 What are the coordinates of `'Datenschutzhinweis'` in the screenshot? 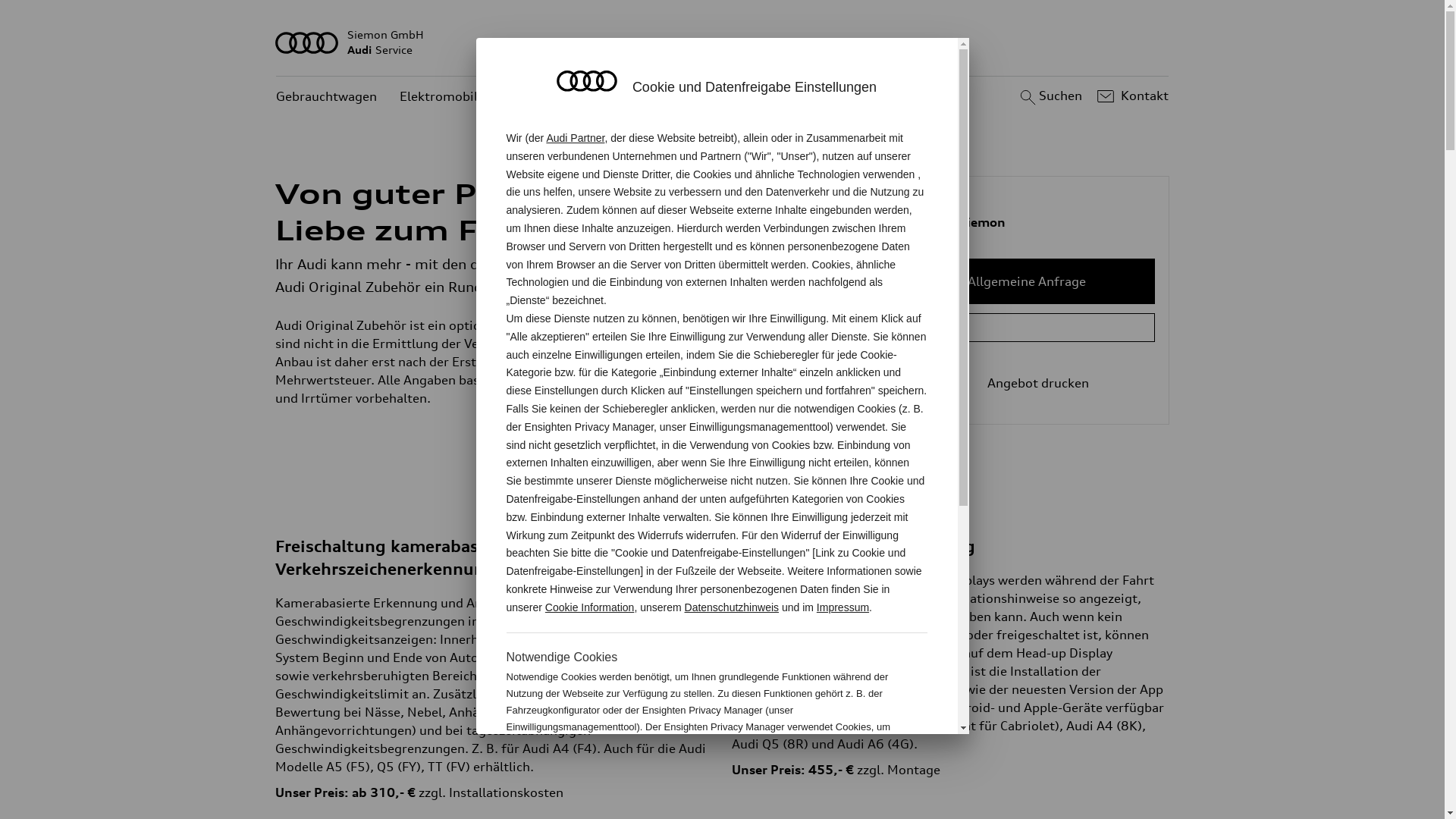 It's located at (732, 607).